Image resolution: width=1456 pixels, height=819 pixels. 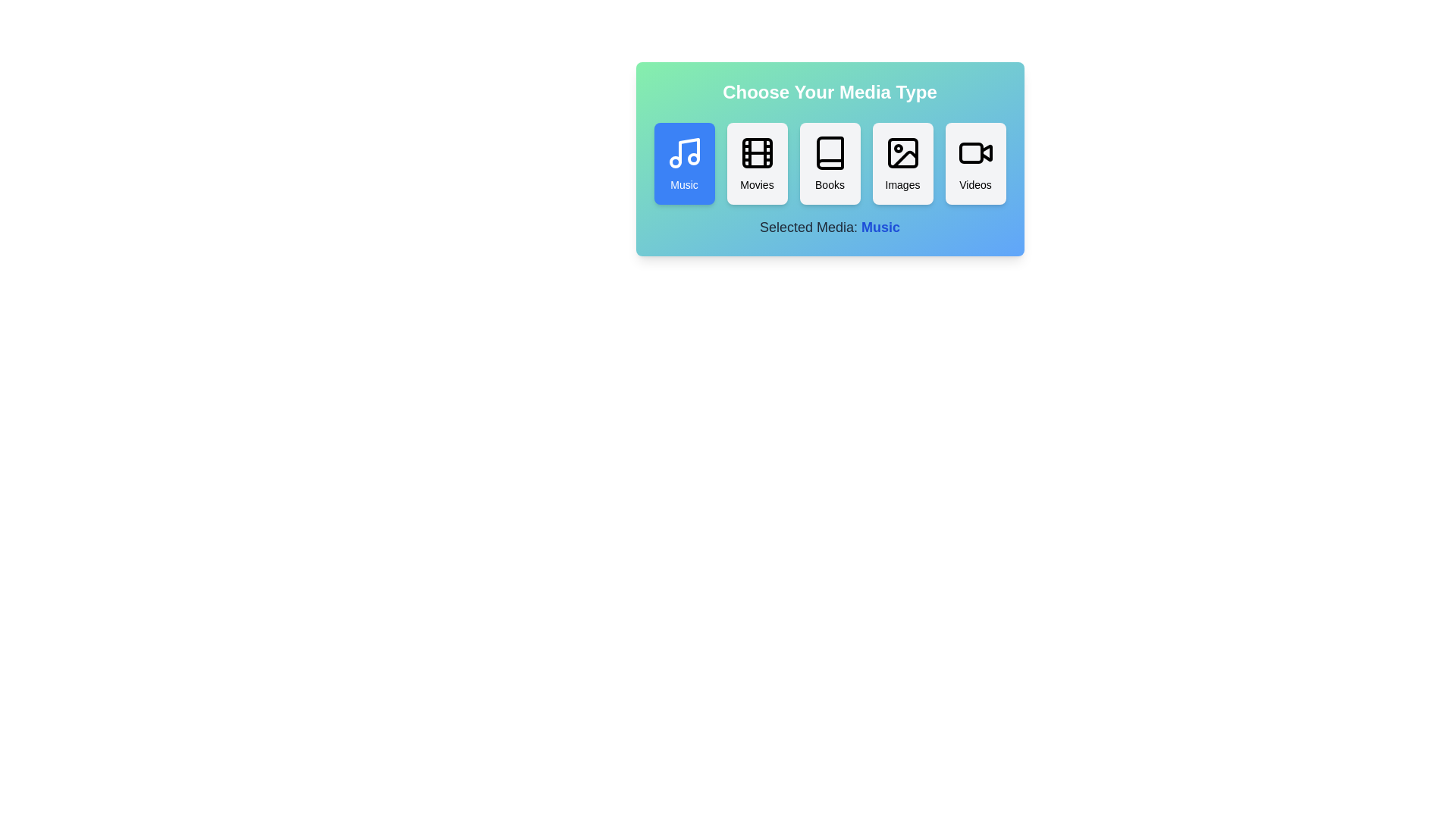 I want to click on the Movies button to observe hover effects, so click(x=757, y=164).